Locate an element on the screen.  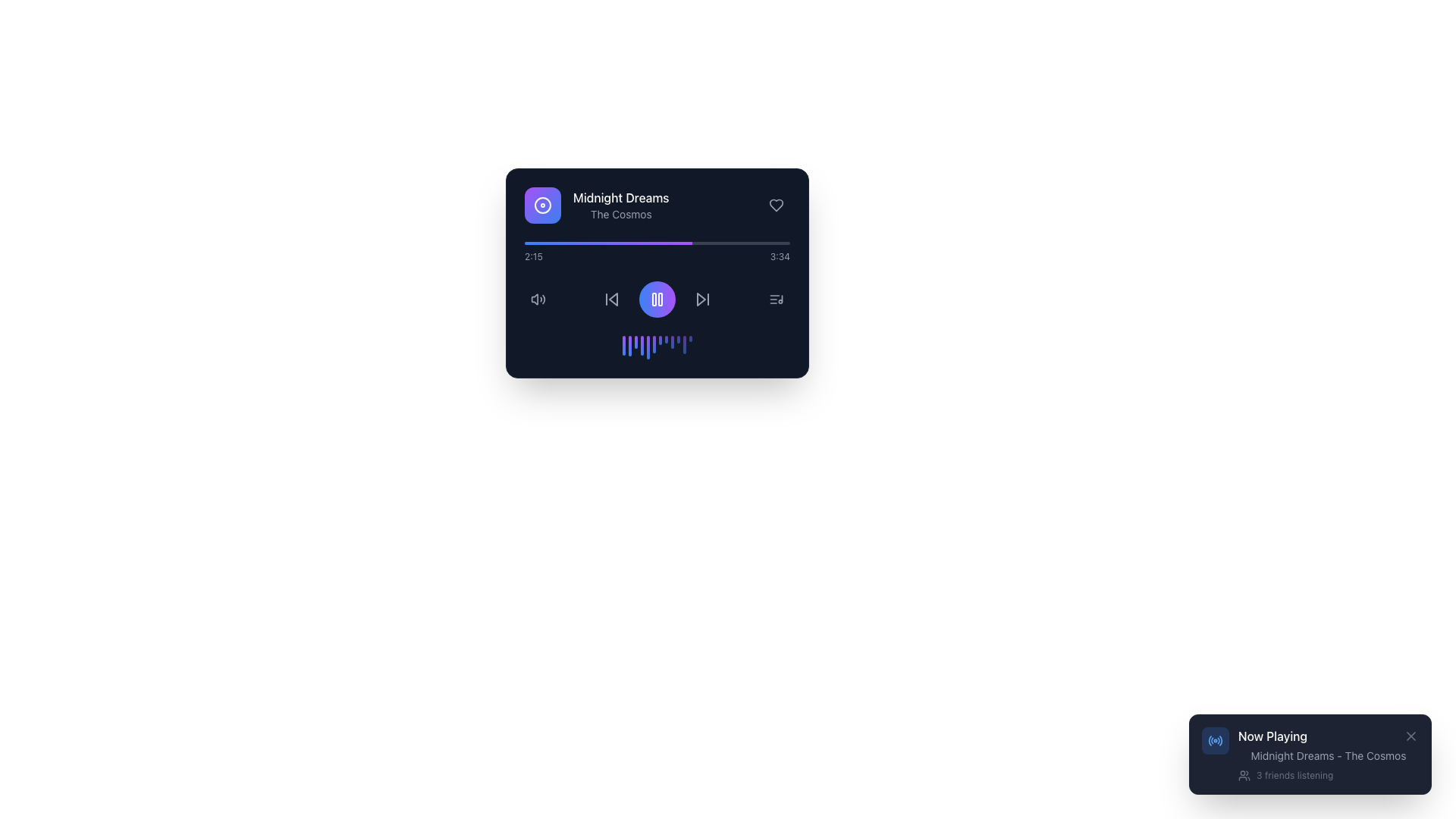
the button located in the bottom right corner of the music player interface is located at coordinates (776, 299).